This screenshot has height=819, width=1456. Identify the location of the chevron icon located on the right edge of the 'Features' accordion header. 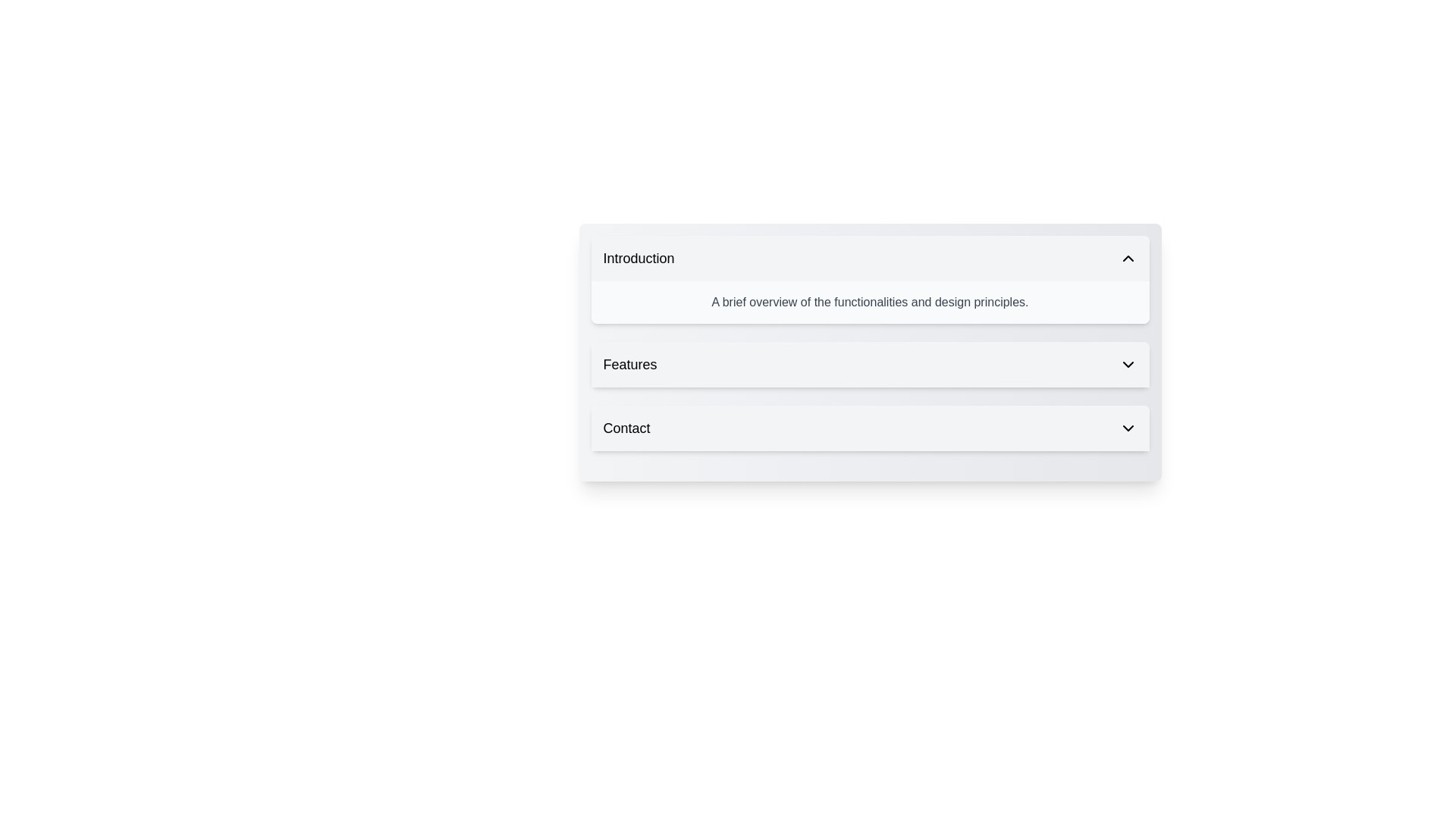
(1128, 365).